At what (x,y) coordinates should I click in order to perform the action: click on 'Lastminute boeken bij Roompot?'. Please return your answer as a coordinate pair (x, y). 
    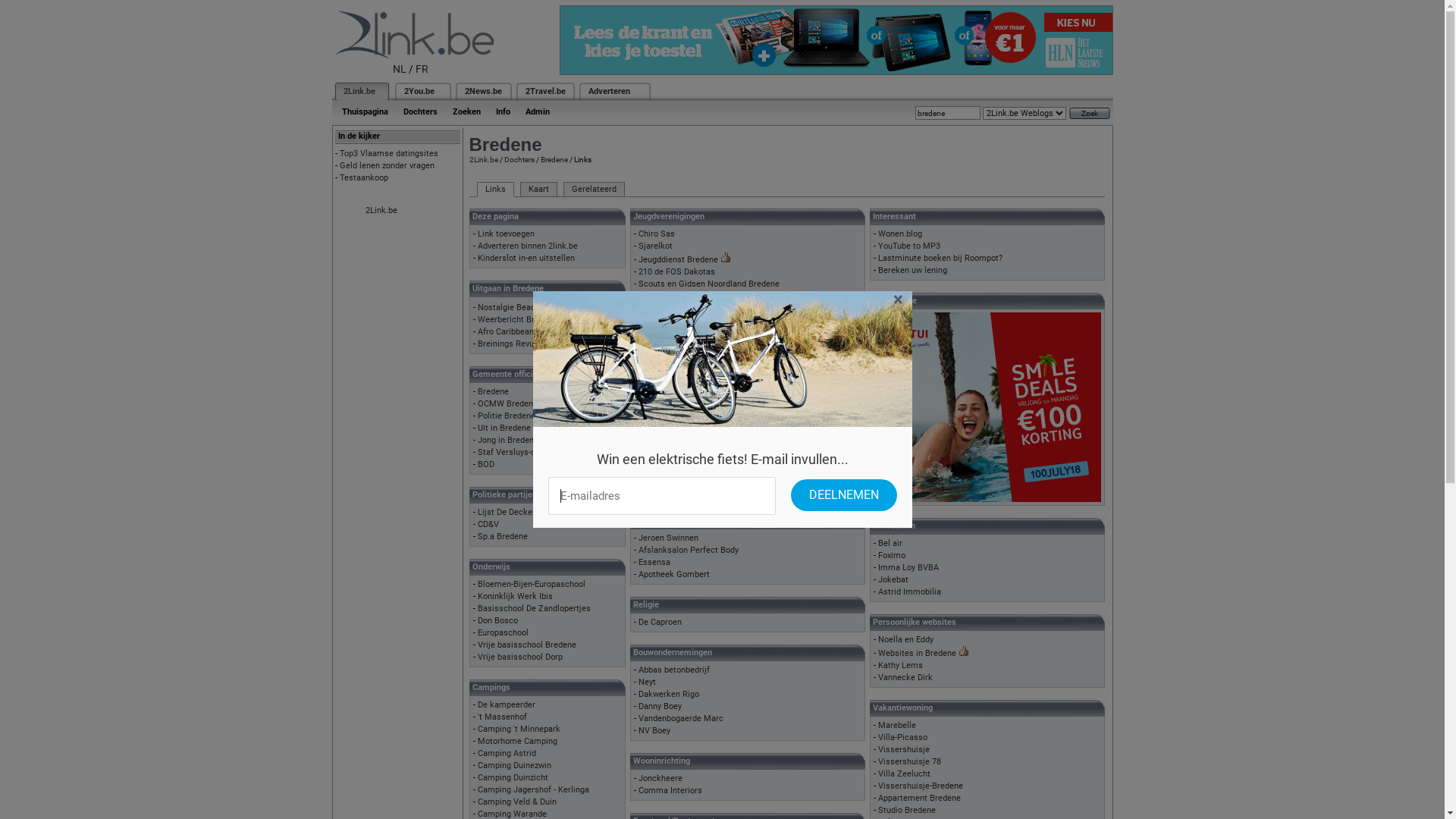
    Looking at the image, I should click on (939, 257).